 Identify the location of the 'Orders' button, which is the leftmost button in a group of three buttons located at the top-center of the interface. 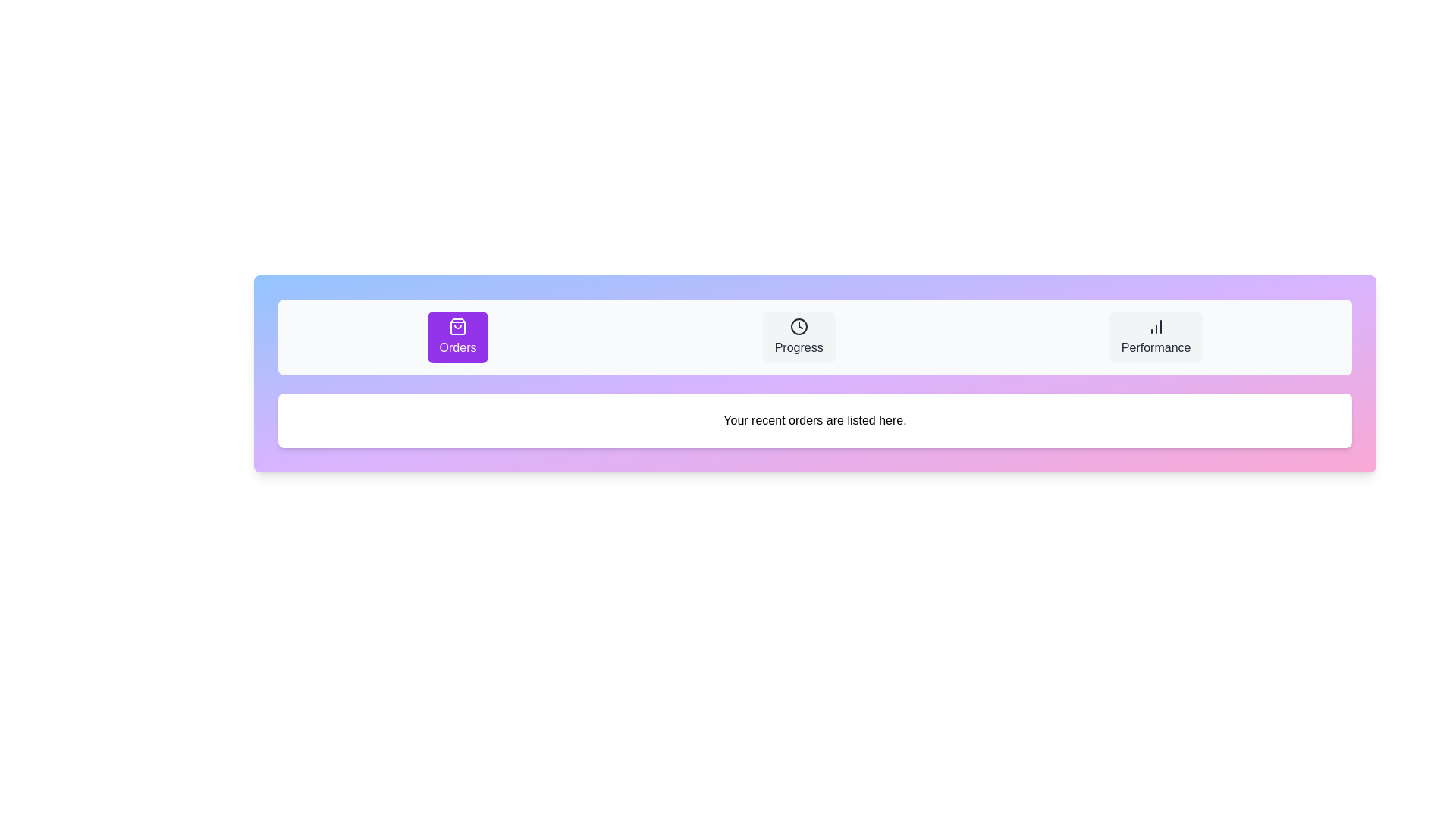
(457, 336).